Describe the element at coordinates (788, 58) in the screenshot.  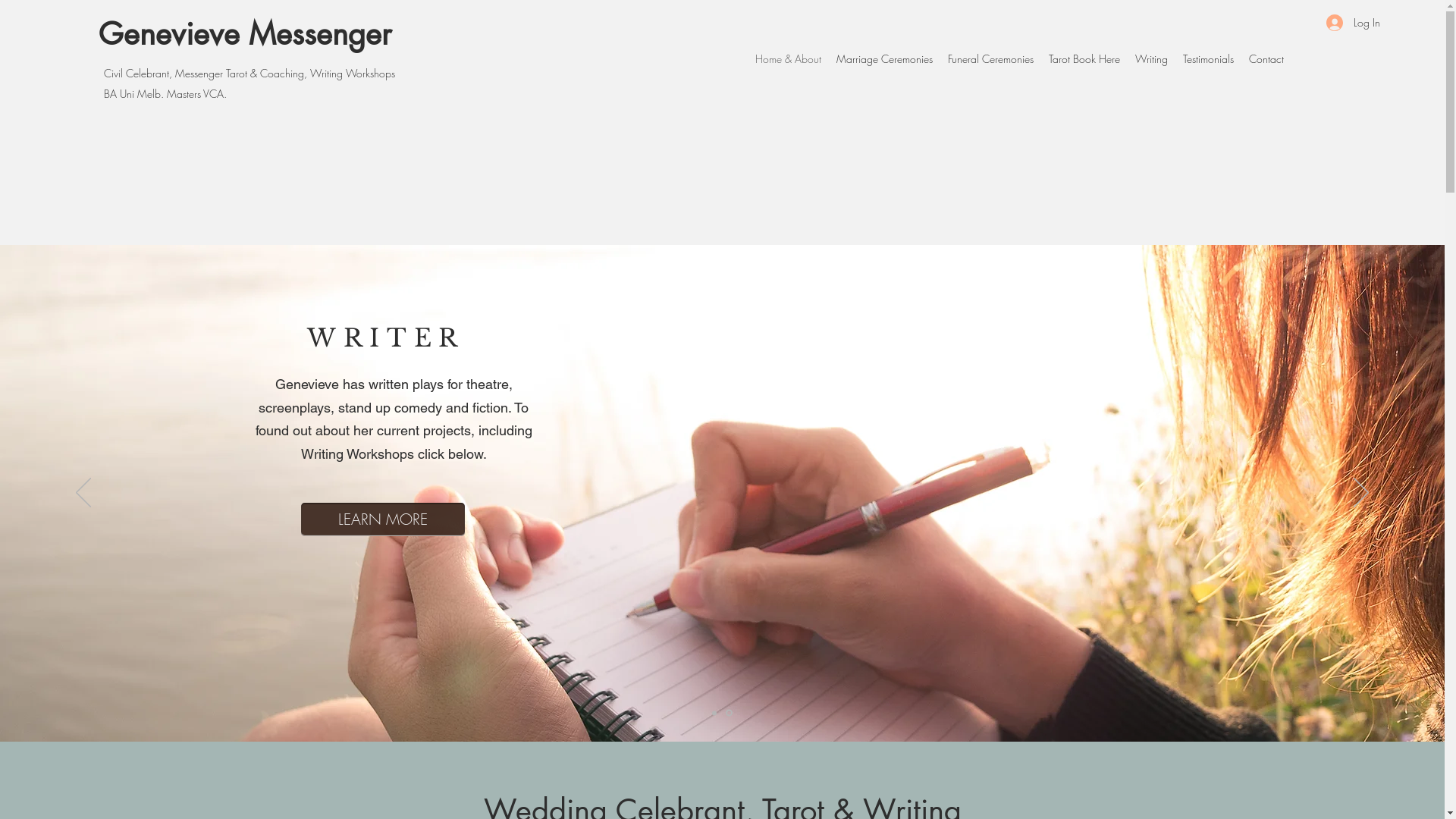
I see `'Home & About'` at that location.